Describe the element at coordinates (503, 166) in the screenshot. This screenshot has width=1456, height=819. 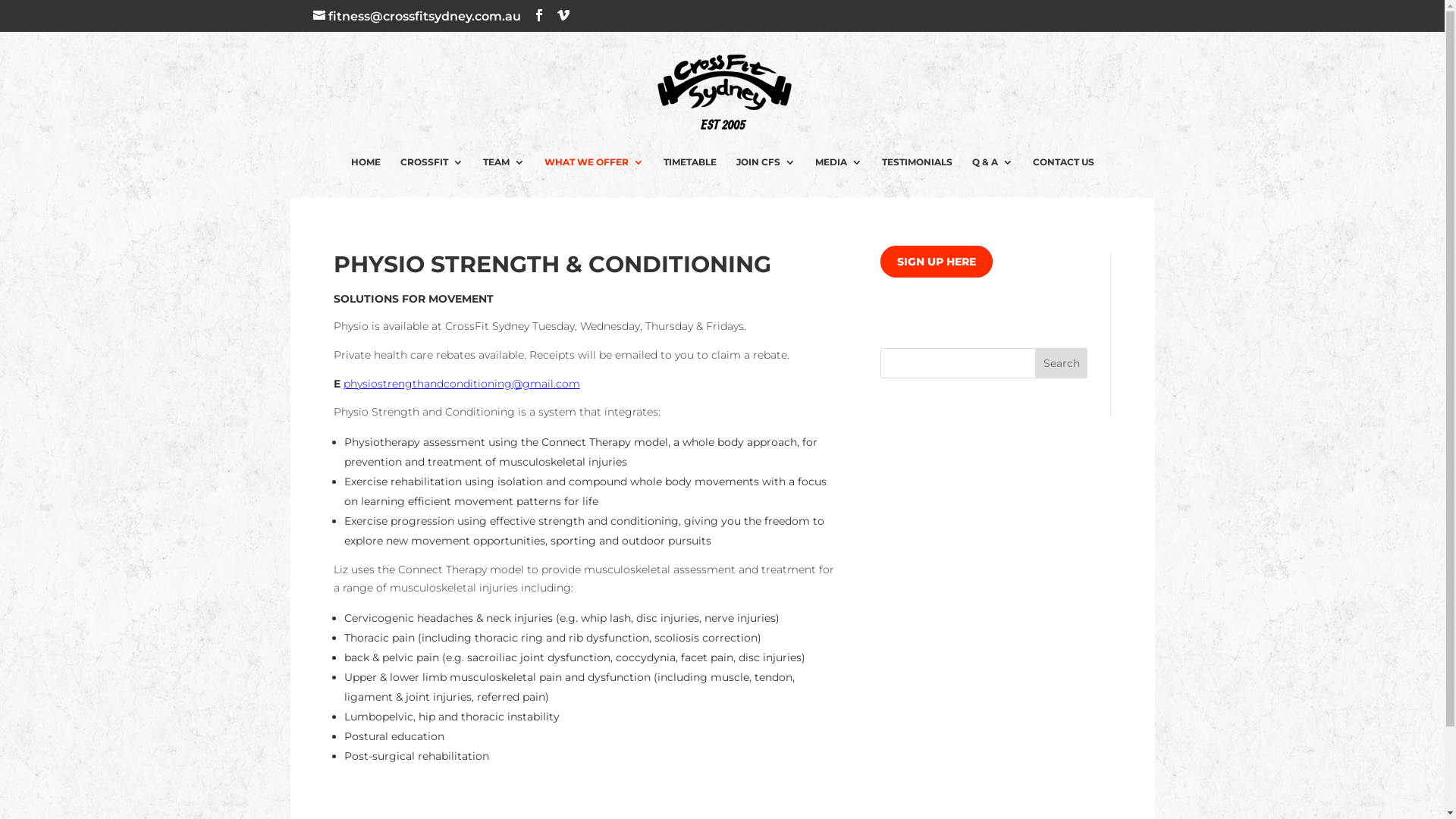
I see `'TEAM'` at that location.